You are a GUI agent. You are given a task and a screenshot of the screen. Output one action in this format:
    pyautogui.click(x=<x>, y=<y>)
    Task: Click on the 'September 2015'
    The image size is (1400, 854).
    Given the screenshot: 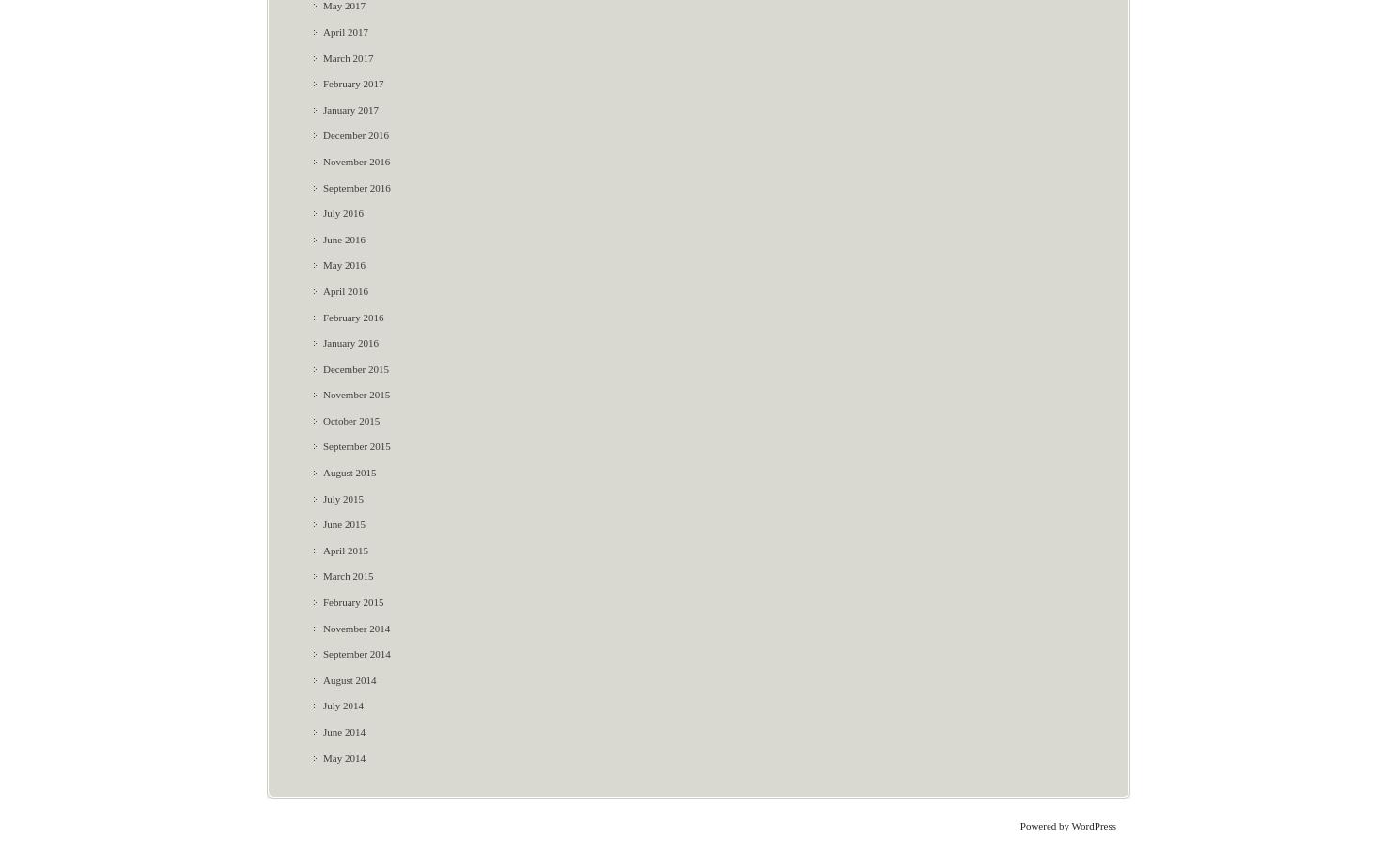 What is the action you would take?
    pyautogui.click(x=322, y=446)
    